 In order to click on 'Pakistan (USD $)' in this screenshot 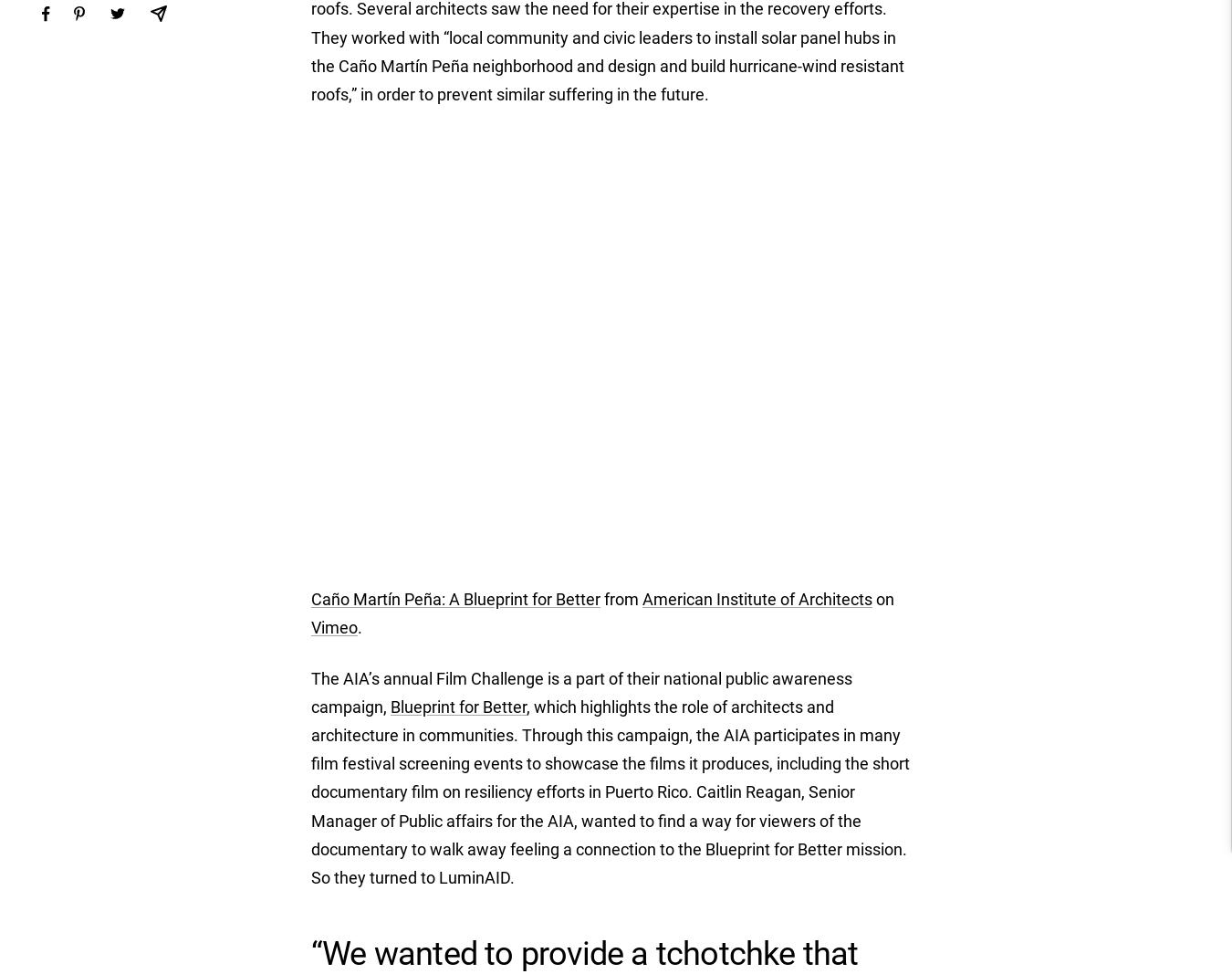, I will do `click(894, 882)`.